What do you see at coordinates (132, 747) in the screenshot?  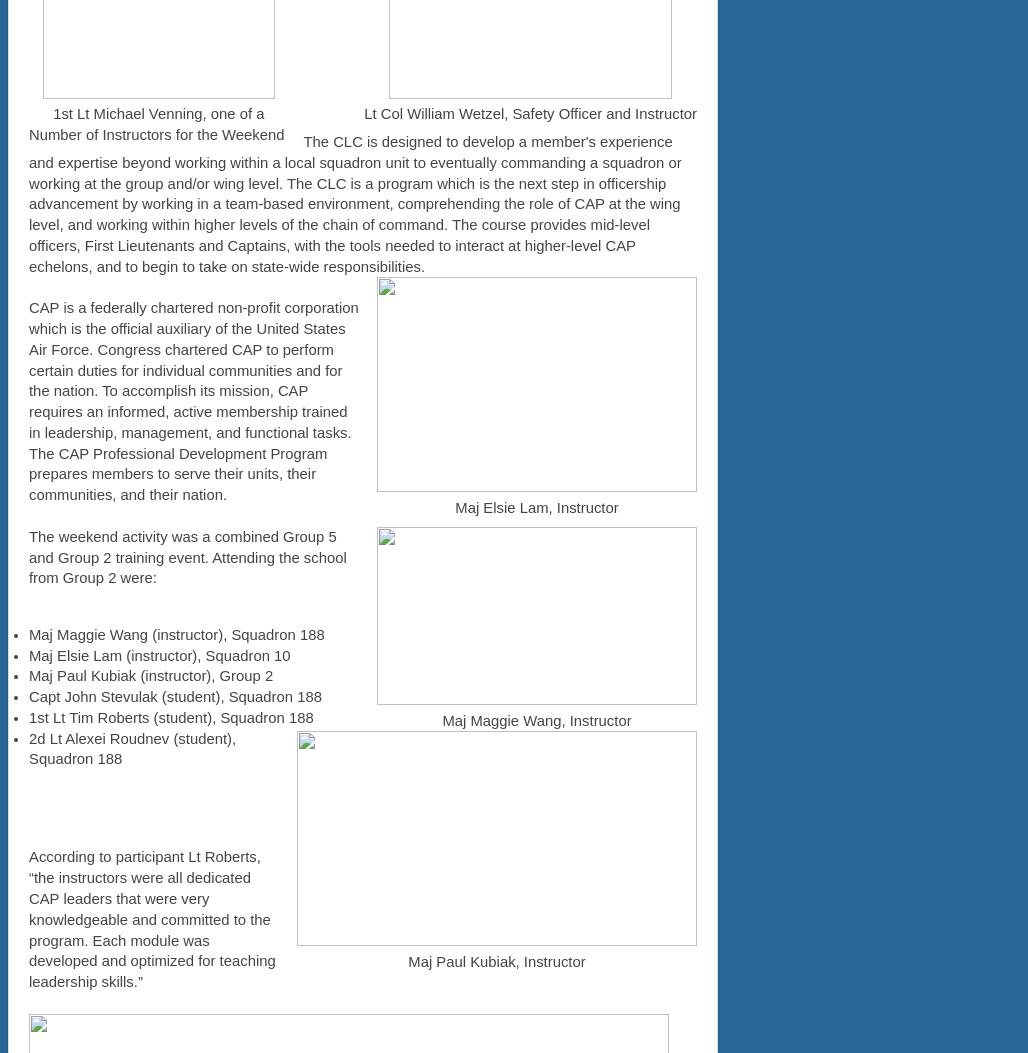 I see `'2d Lt Alexei Roudnev (student), Squadron 188'` at bounding box center [132, 747].